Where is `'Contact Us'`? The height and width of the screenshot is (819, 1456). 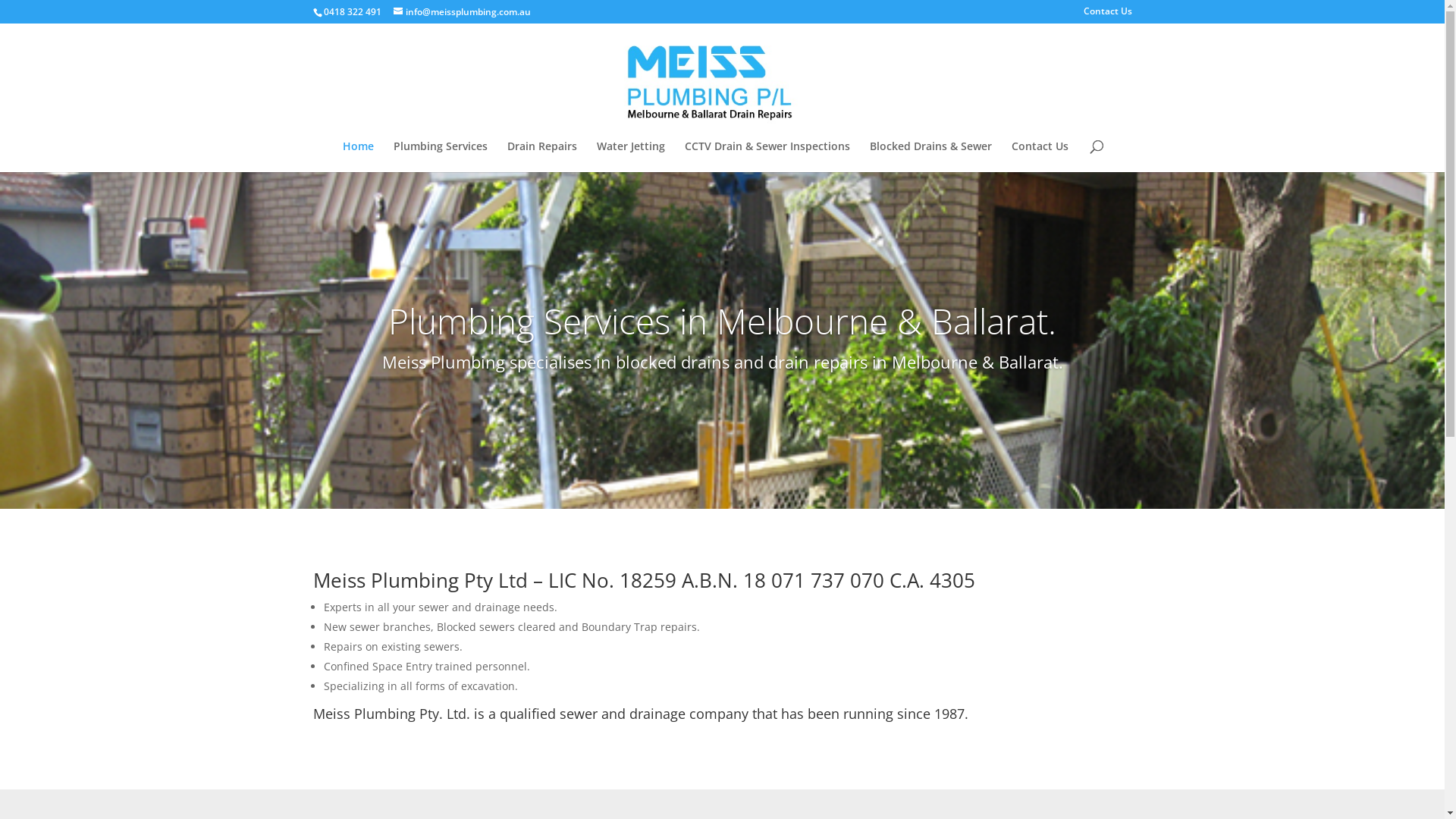 'Contact Us' is located at coordinates (1039, 156).